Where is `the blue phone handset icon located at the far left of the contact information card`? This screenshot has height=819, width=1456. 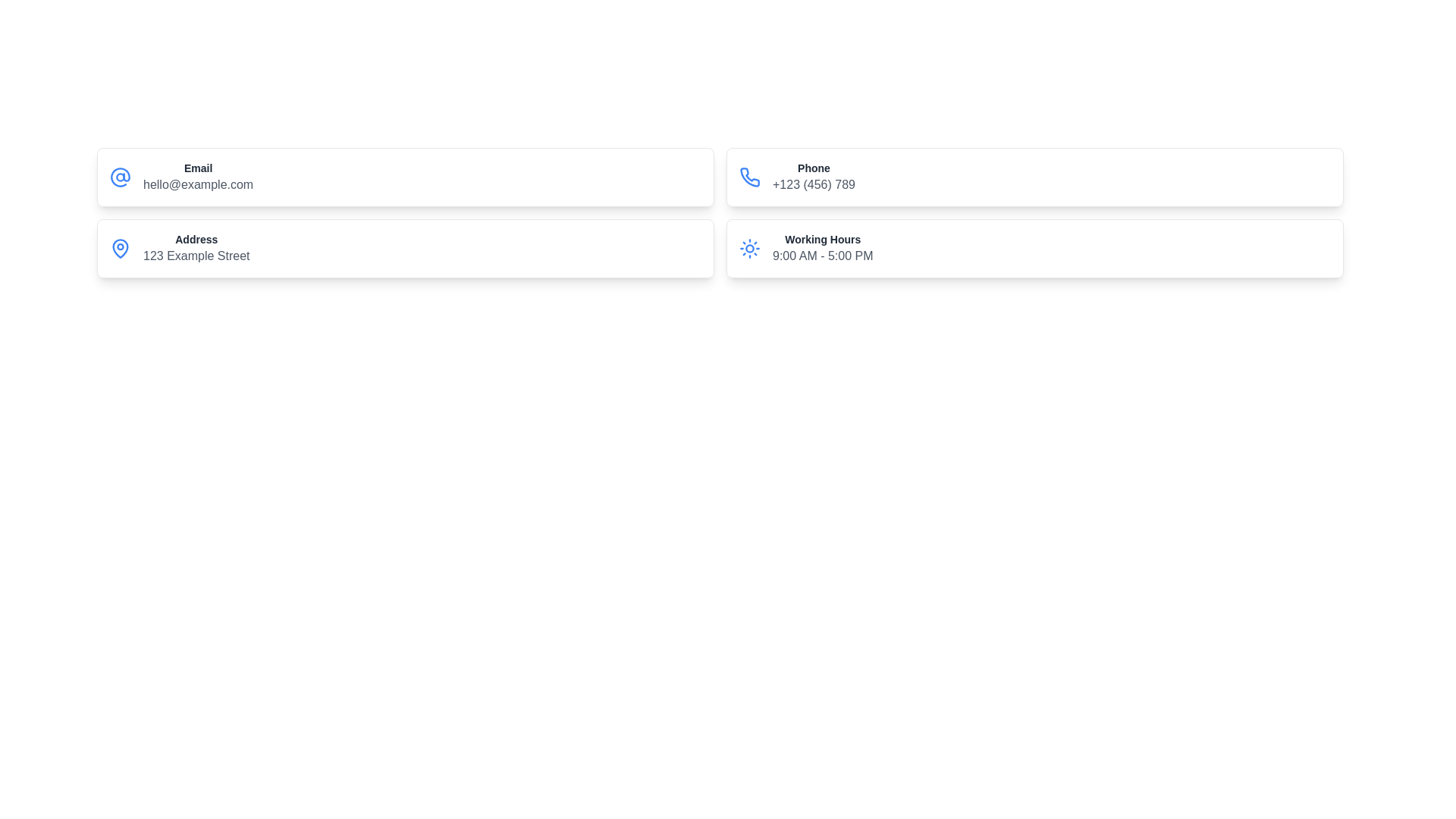 the blue phone handset icon located at the far left of the contact information card is located at coordinates (749, 177).